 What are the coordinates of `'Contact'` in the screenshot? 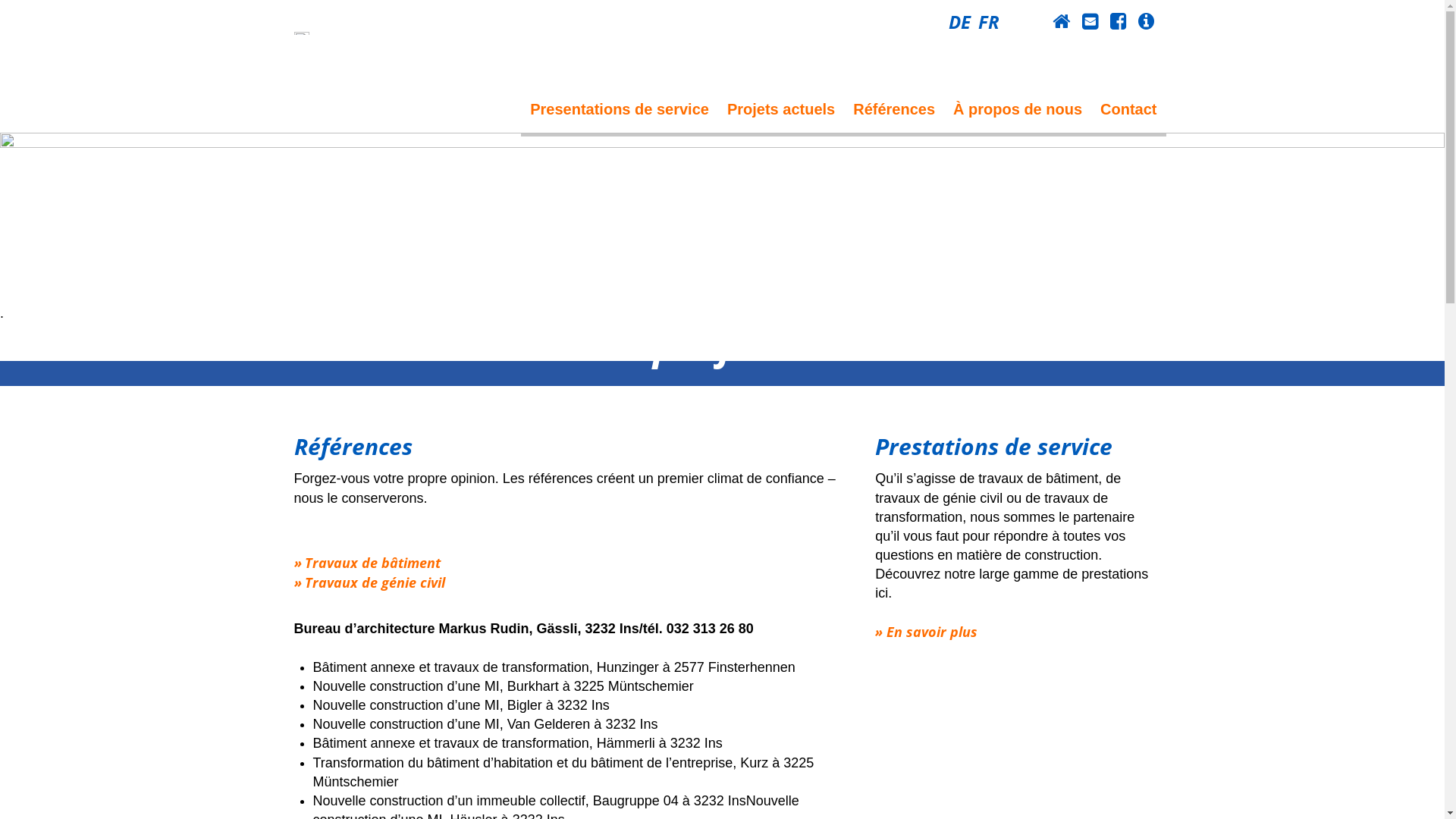 It's located at (1074, 20).